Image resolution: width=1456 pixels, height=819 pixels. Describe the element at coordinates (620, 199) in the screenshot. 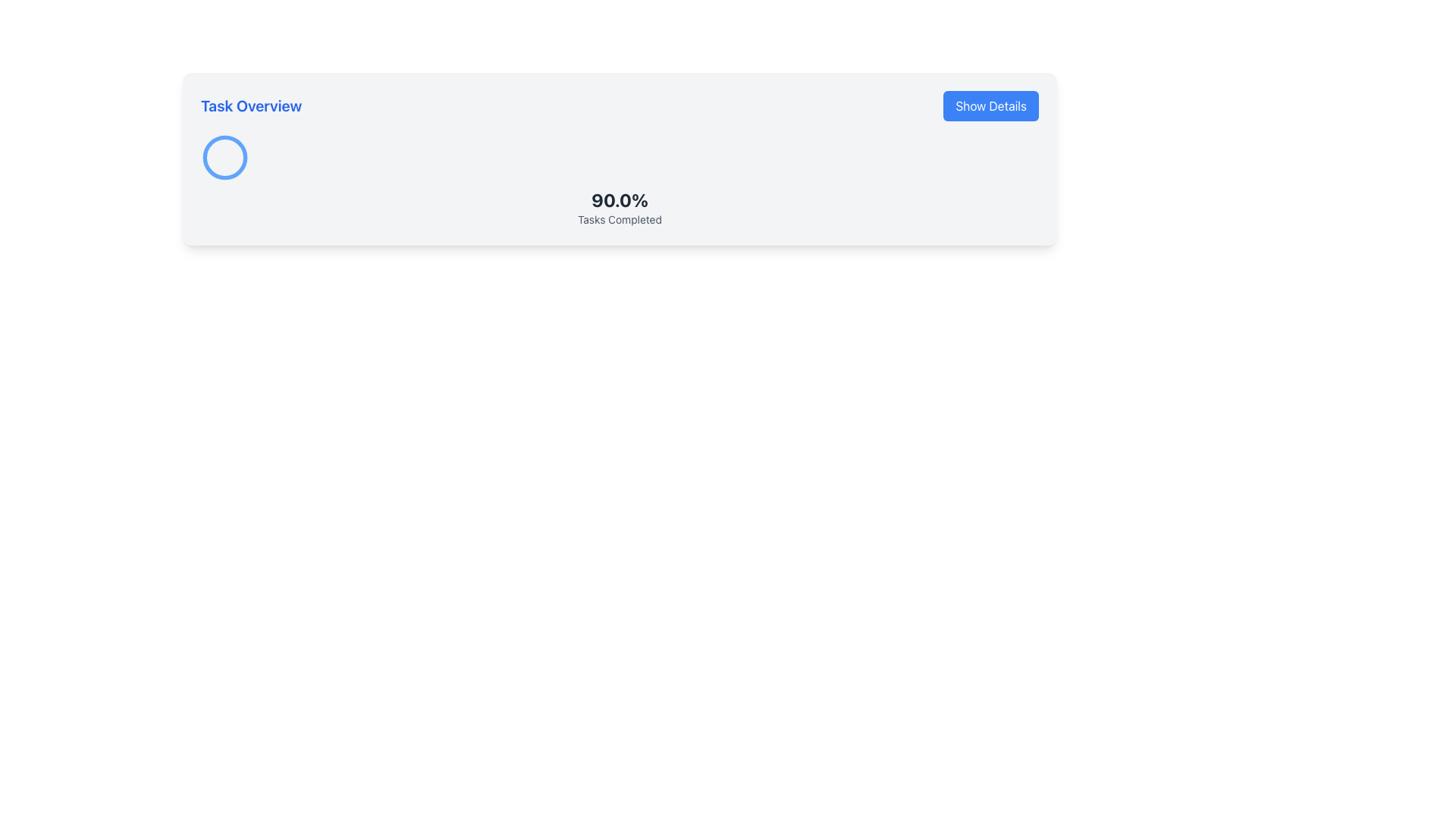

I see `the Text Display that shows the percentage of tasks completed, located between the blue circular icon and the 'Tasks Completed' text` at that location.